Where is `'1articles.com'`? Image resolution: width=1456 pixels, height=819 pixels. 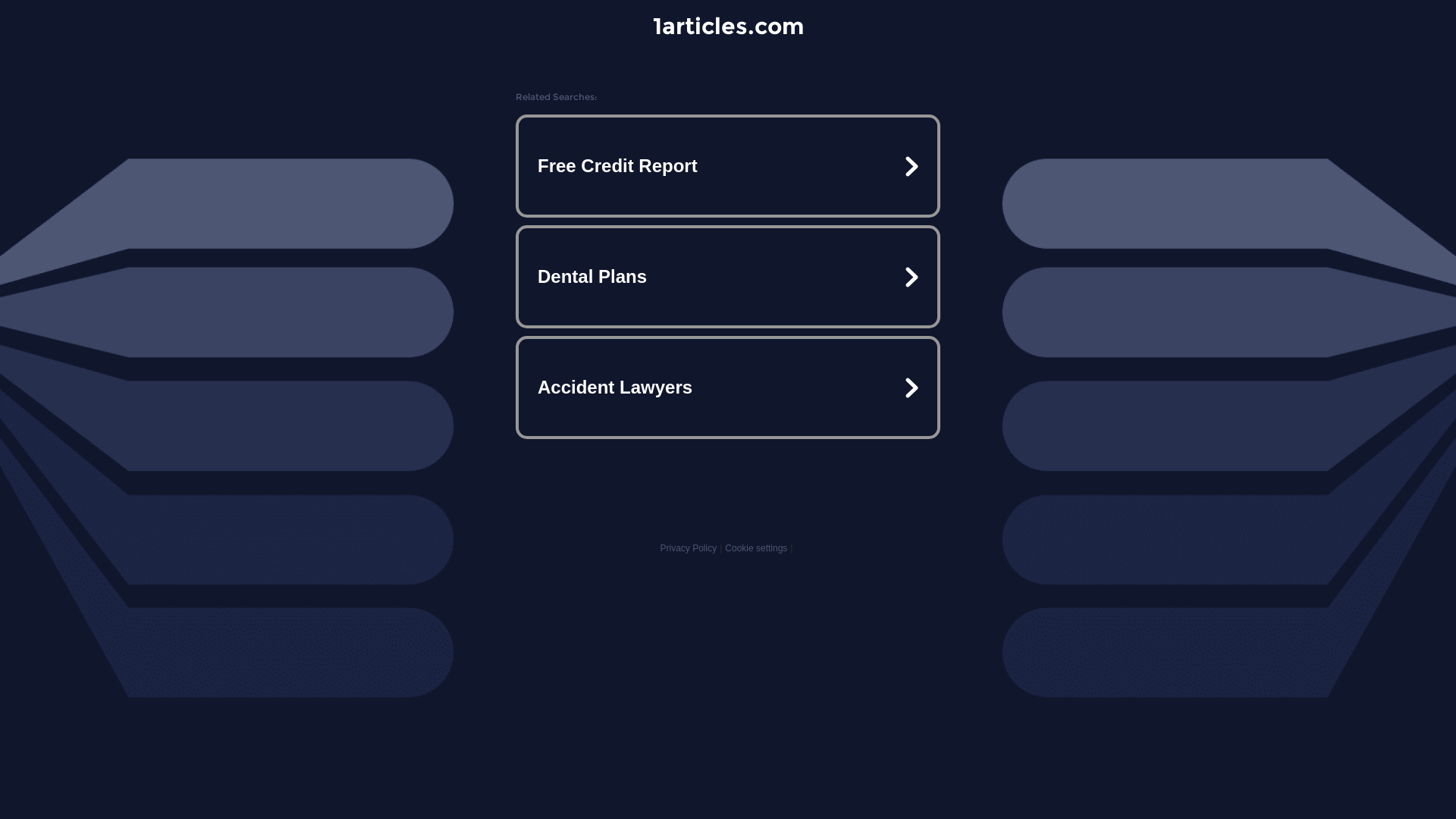 '1articles.com' is located at coordinates (651, 26).